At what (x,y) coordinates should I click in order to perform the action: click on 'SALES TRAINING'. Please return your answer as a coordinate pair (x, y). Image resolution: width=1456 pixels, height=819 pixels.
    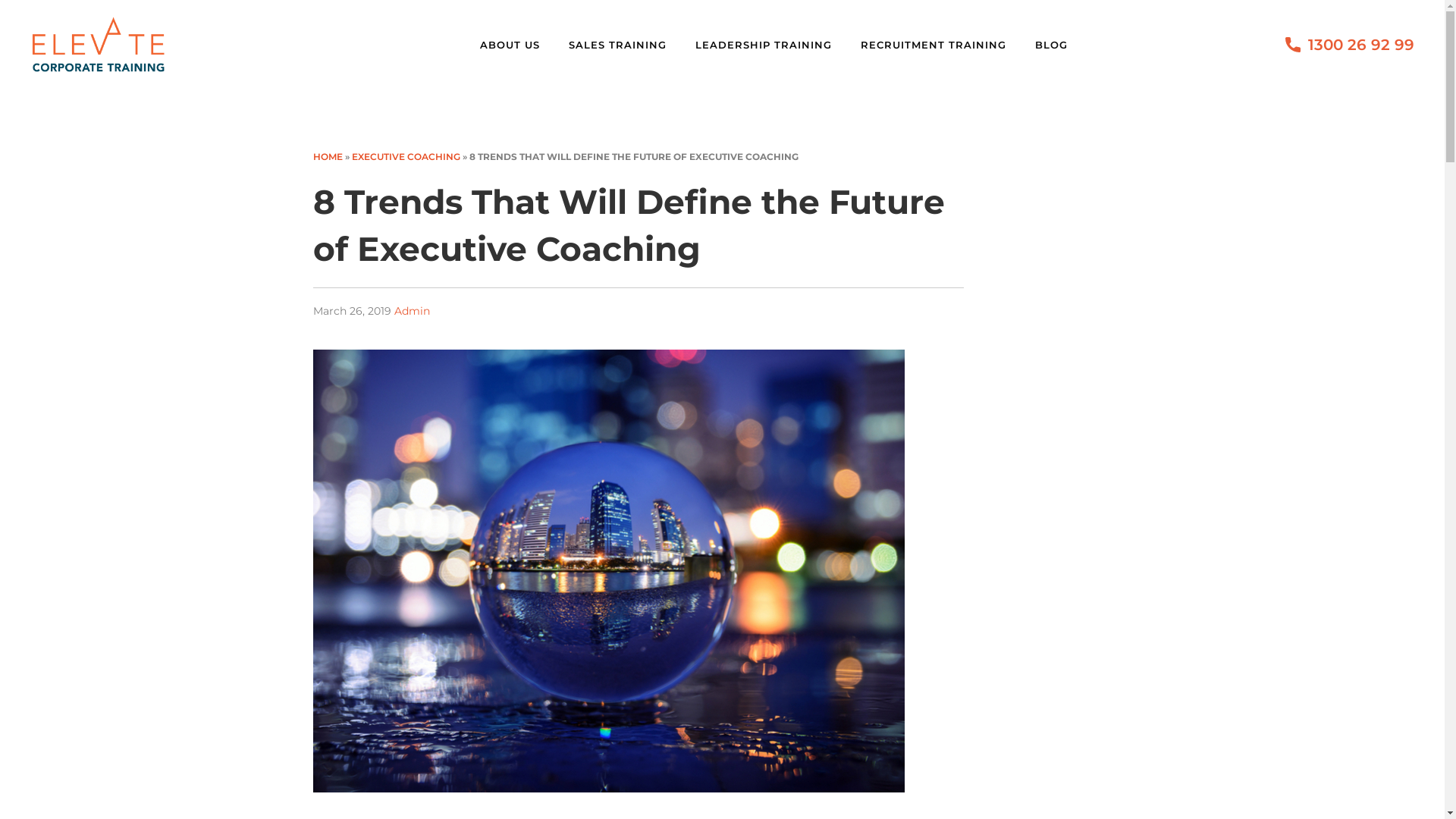
    Looking at the image, I should click on (626, 43).